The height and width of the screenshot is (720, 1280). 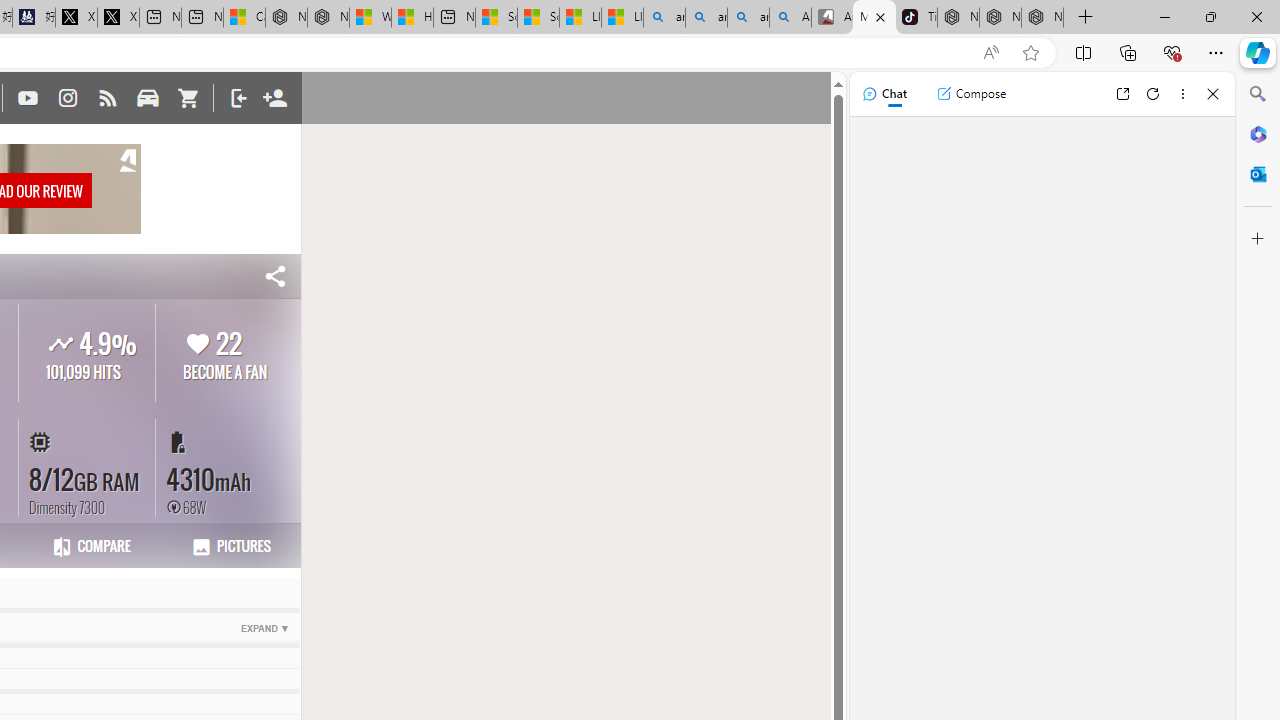 What do you see at coordinates (747, 17) in the screenshot?
I see `'amazon - Search Images'` at bounding box center [747, 17].